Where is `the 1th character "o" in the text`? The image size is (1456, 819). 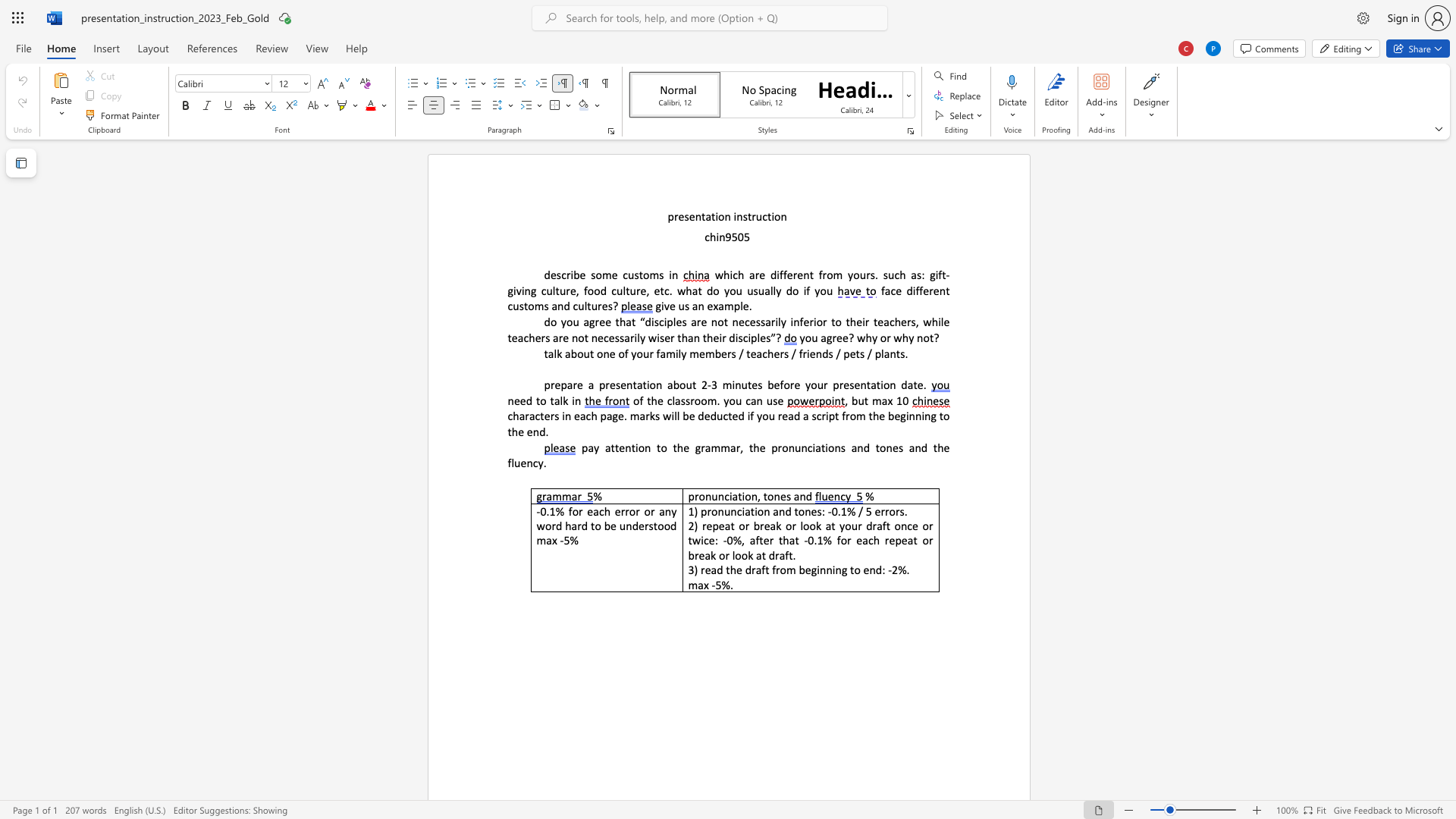
the 1th character "o" in the text is located at coordinates (720, 216).